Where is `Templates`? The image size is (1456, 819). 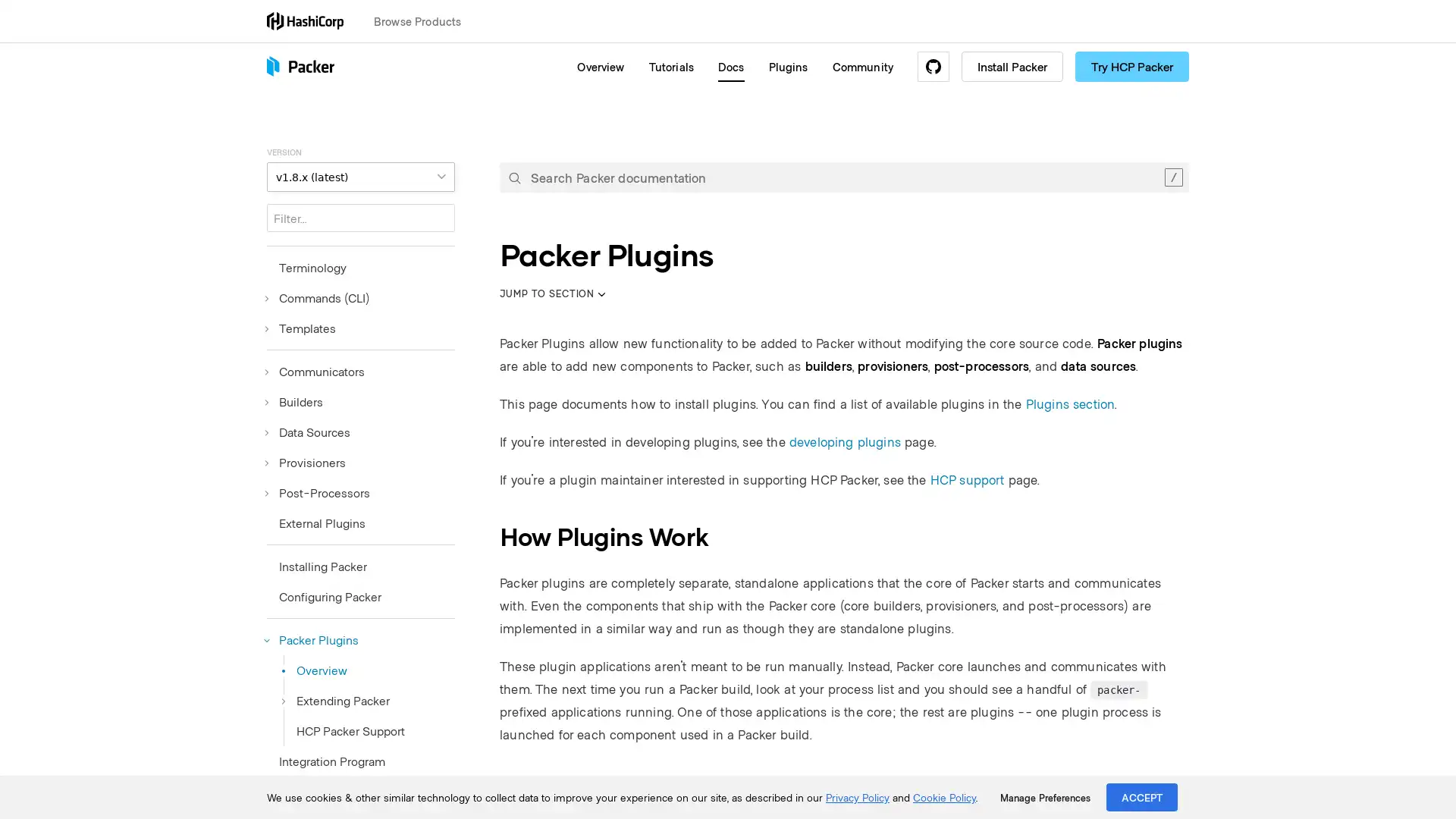 Templates is located at coordinates (301, 327).